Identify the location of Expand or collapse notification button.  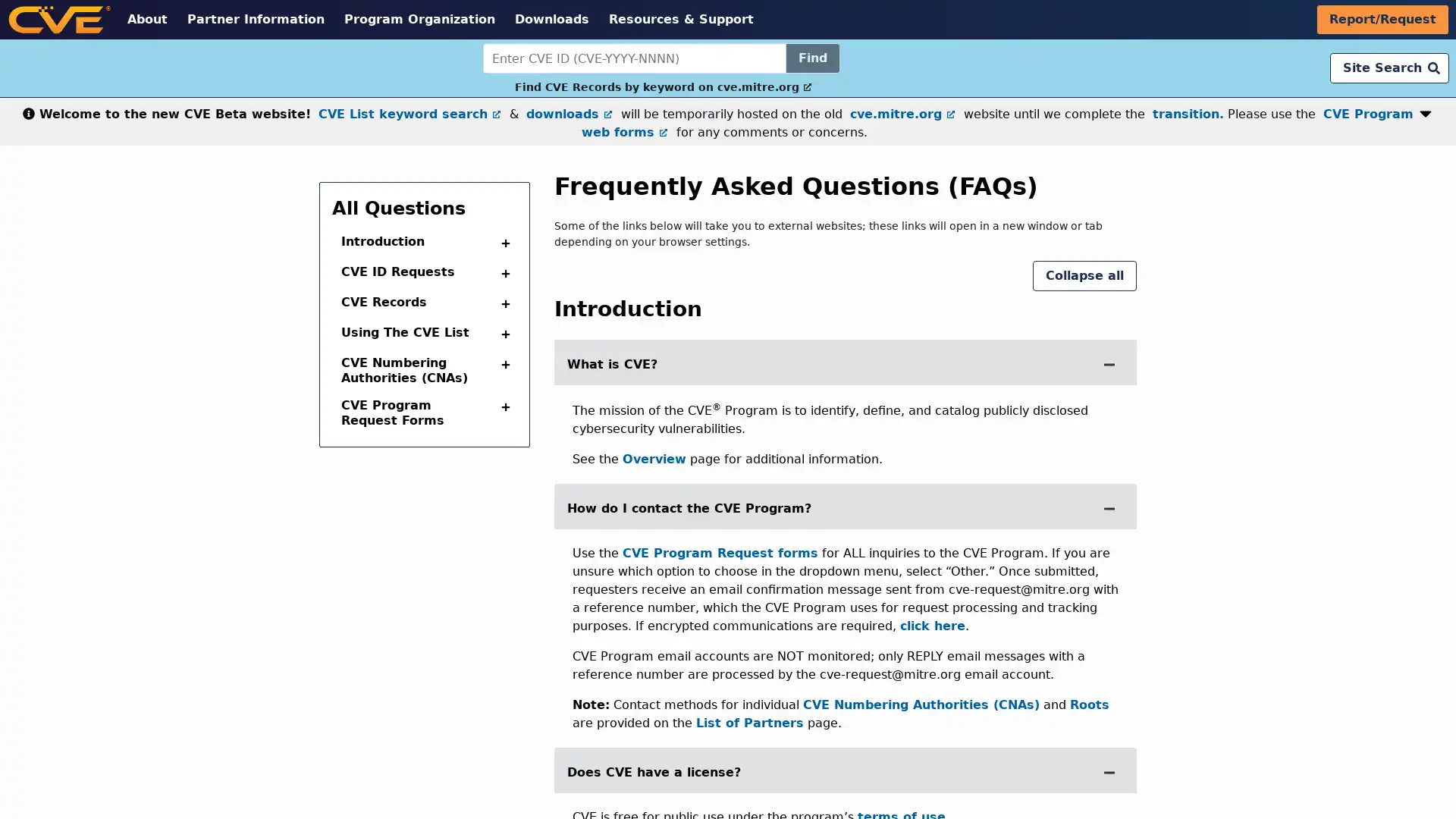
(1426, 110).